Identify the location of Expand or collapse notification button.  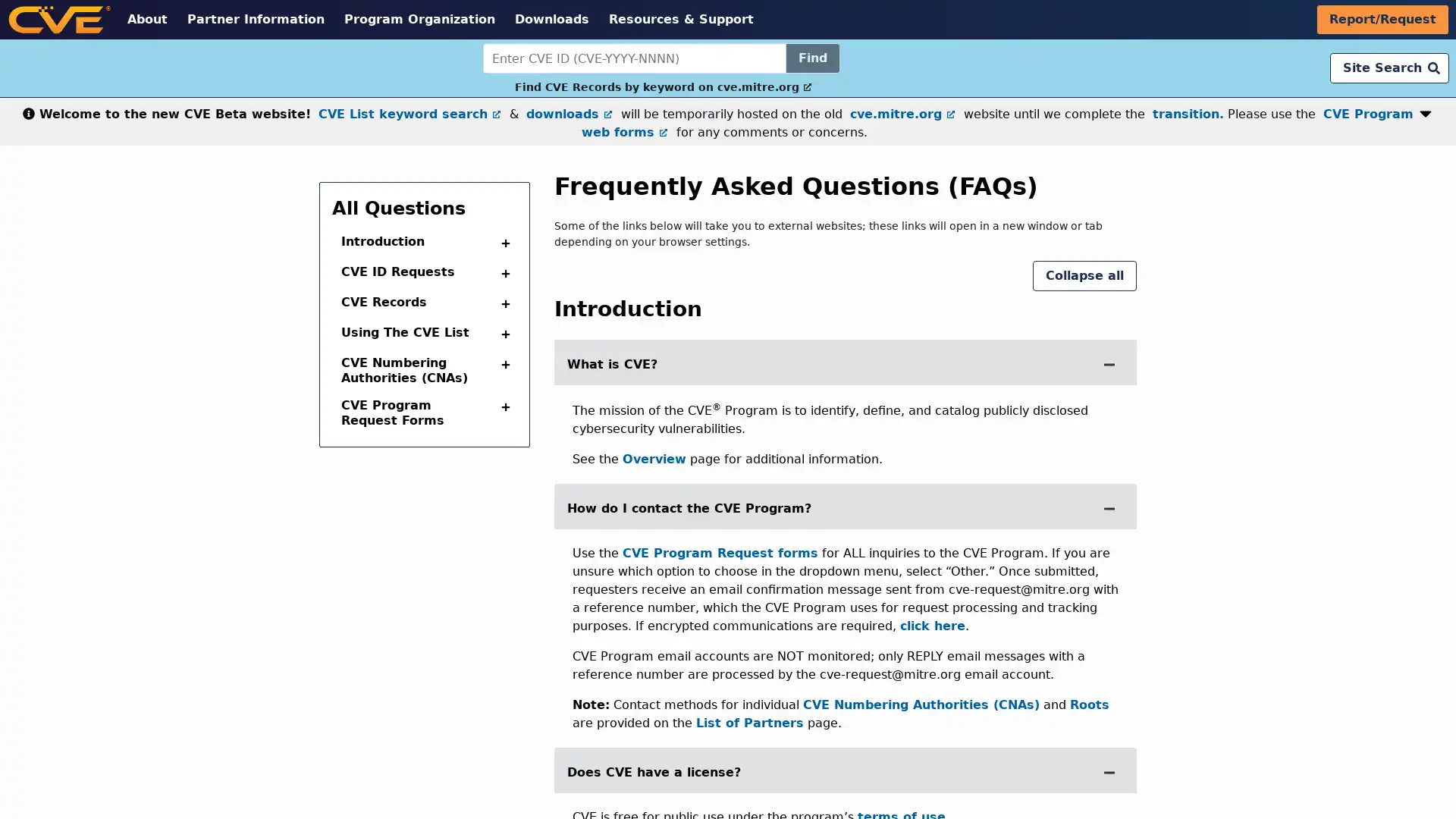
(1426, 110).